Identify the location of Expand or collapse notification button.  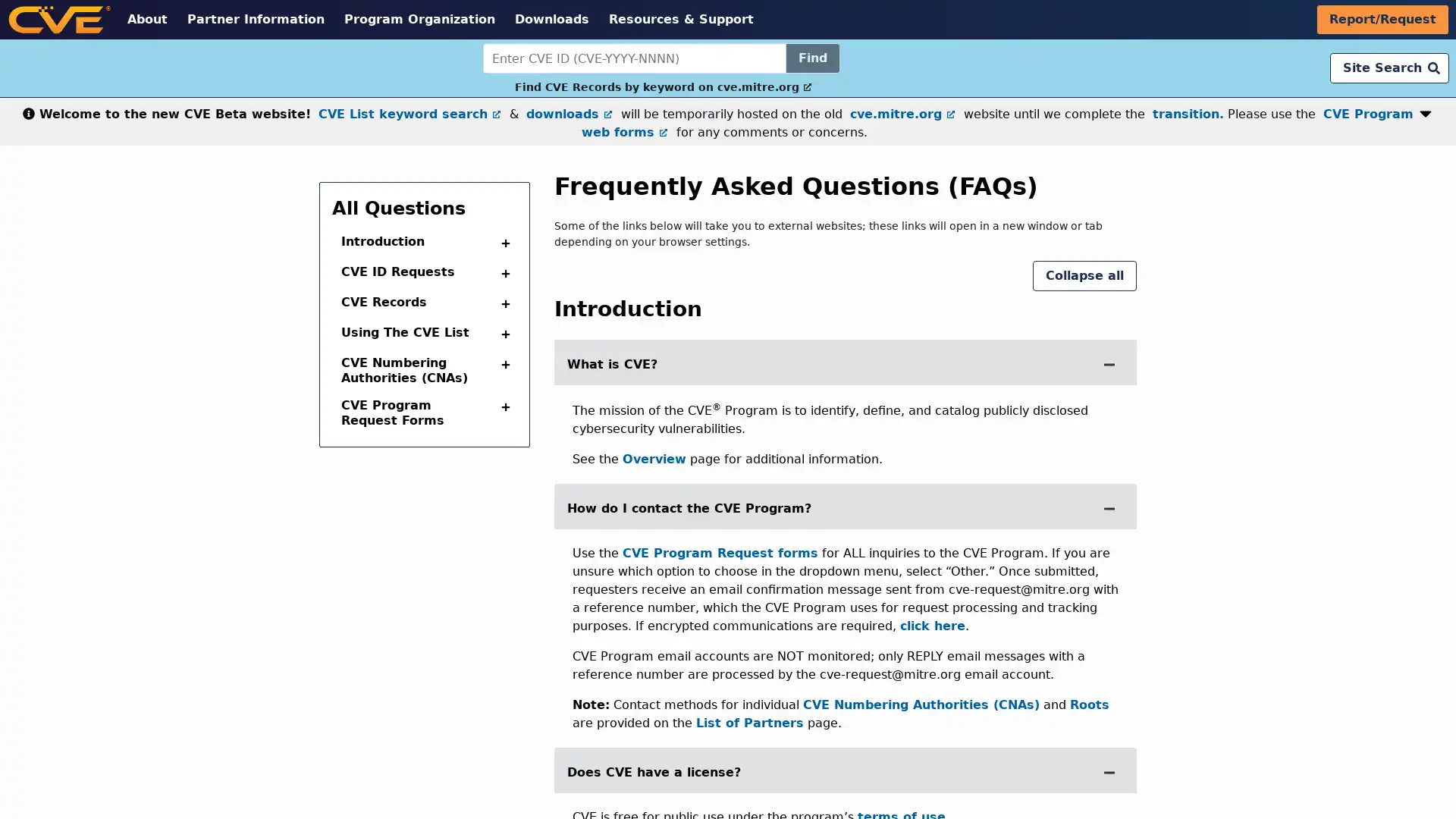
(1426, 110).